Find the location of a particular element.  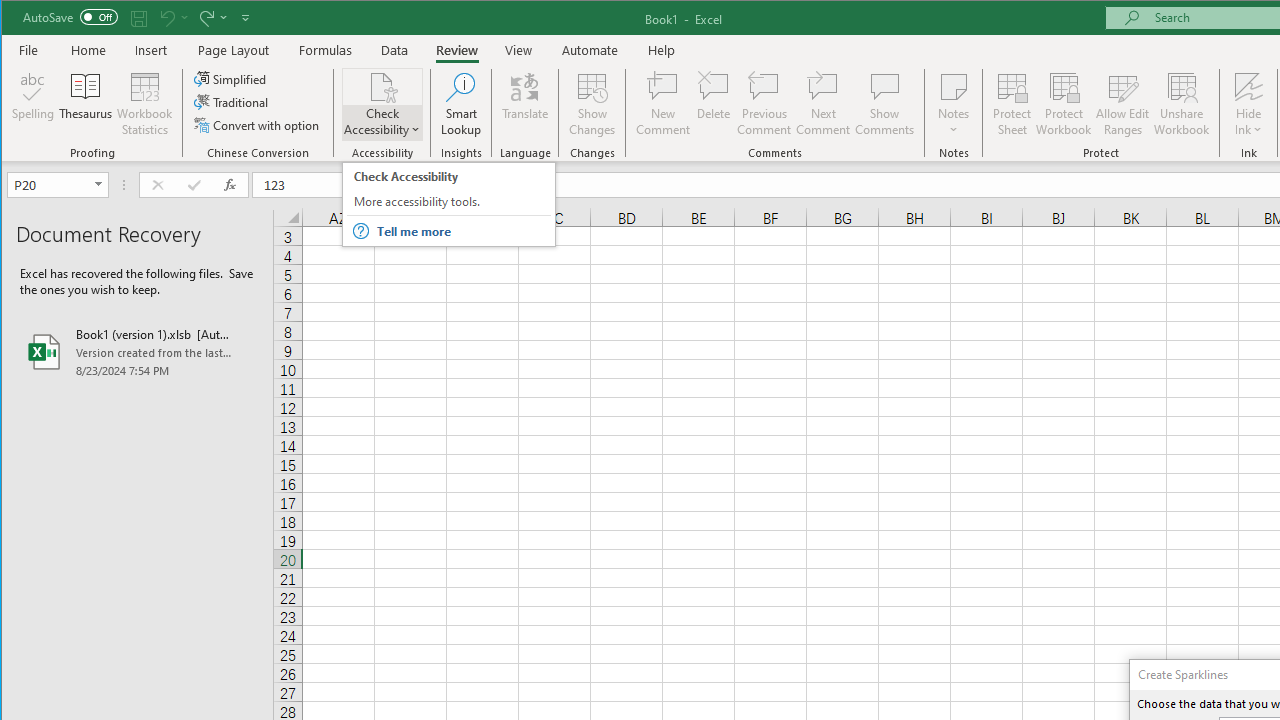

'Thesaurus...' is located at coordinates (85, 104).